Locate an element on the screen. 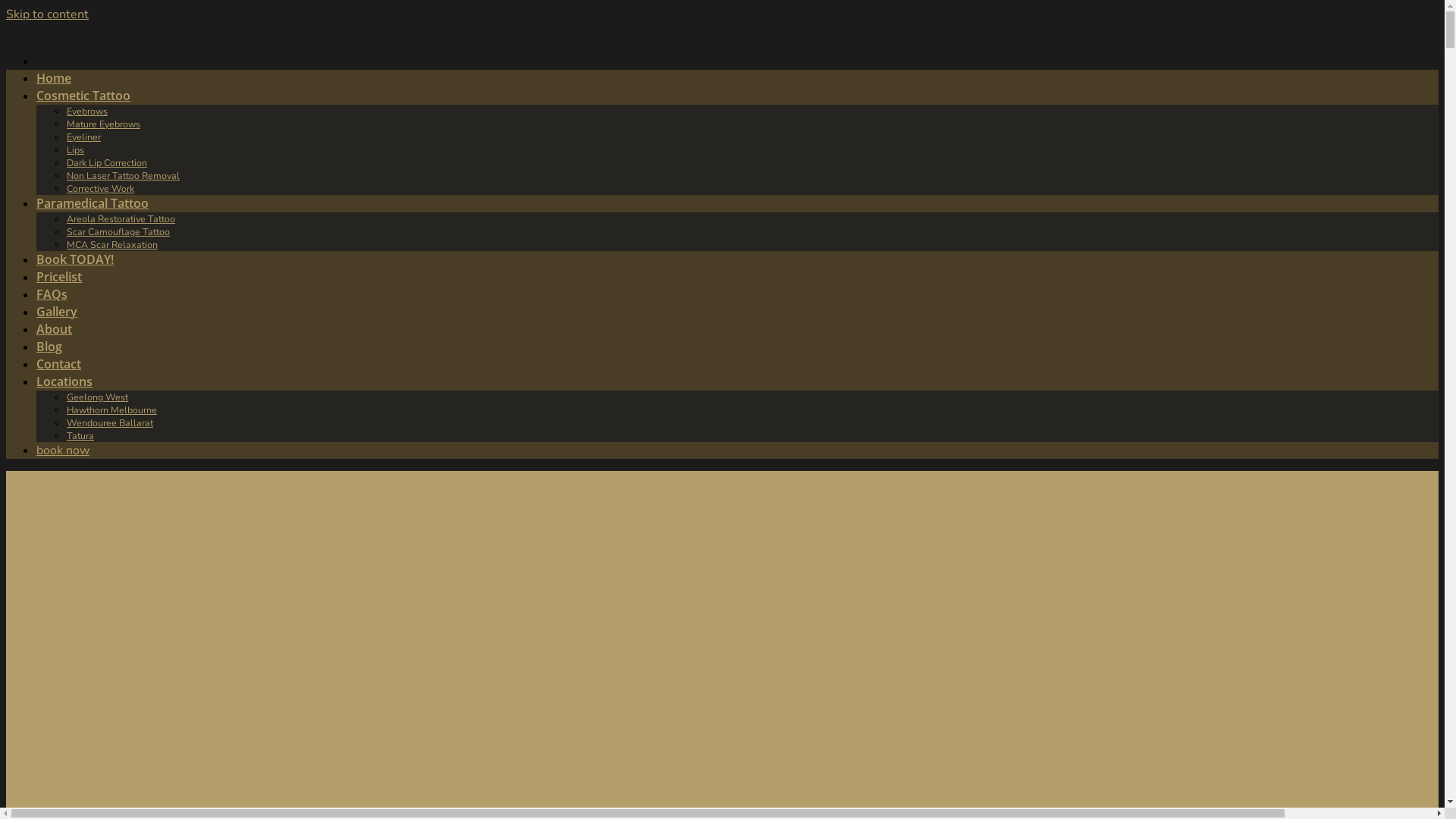 This screenshot has width=1456, height=819. 'Gallery' is located at coordinates (57, 311).